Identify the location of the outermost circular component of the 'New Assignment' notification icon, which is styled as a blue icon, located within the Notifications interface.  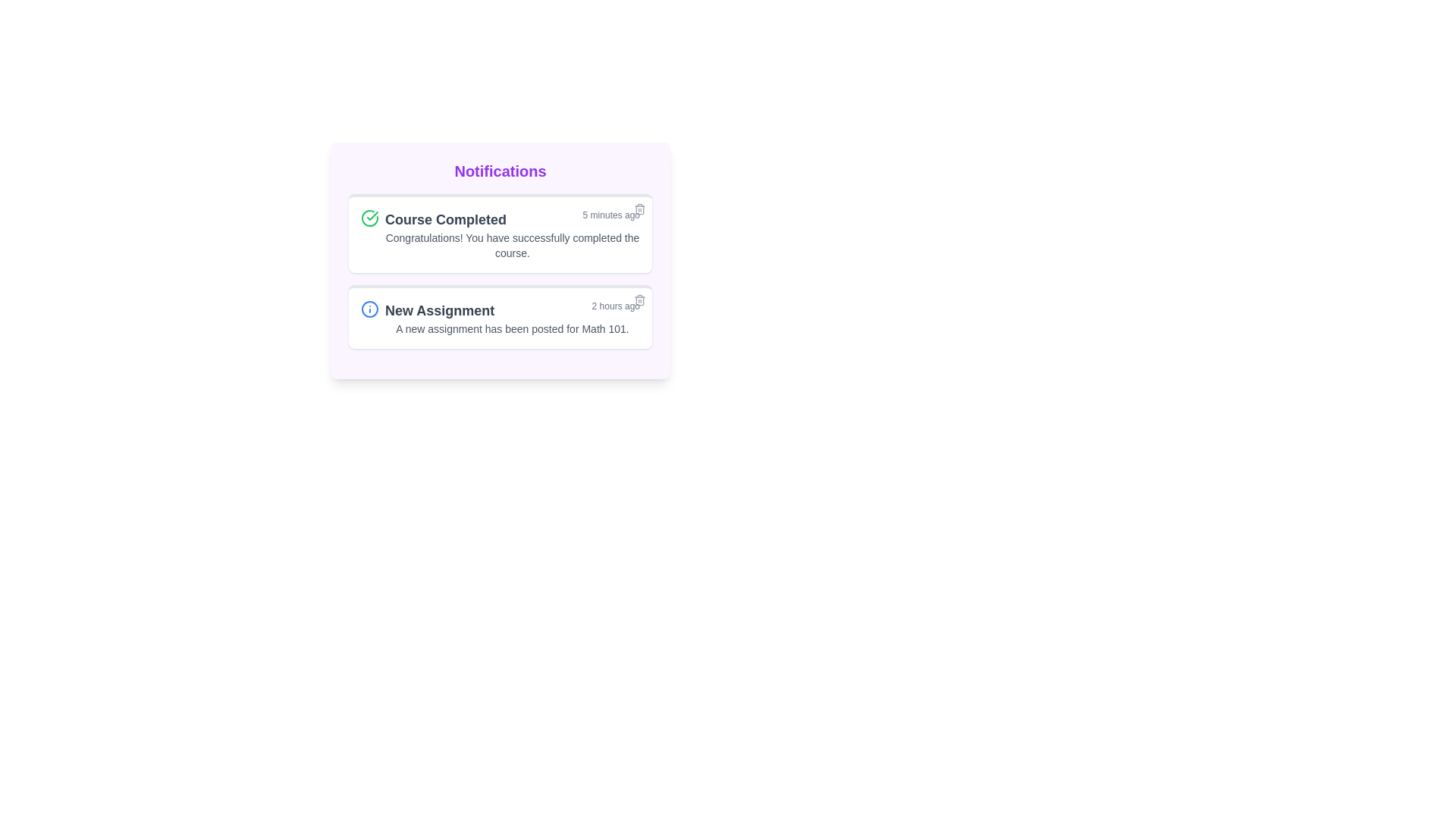
(370, 309).